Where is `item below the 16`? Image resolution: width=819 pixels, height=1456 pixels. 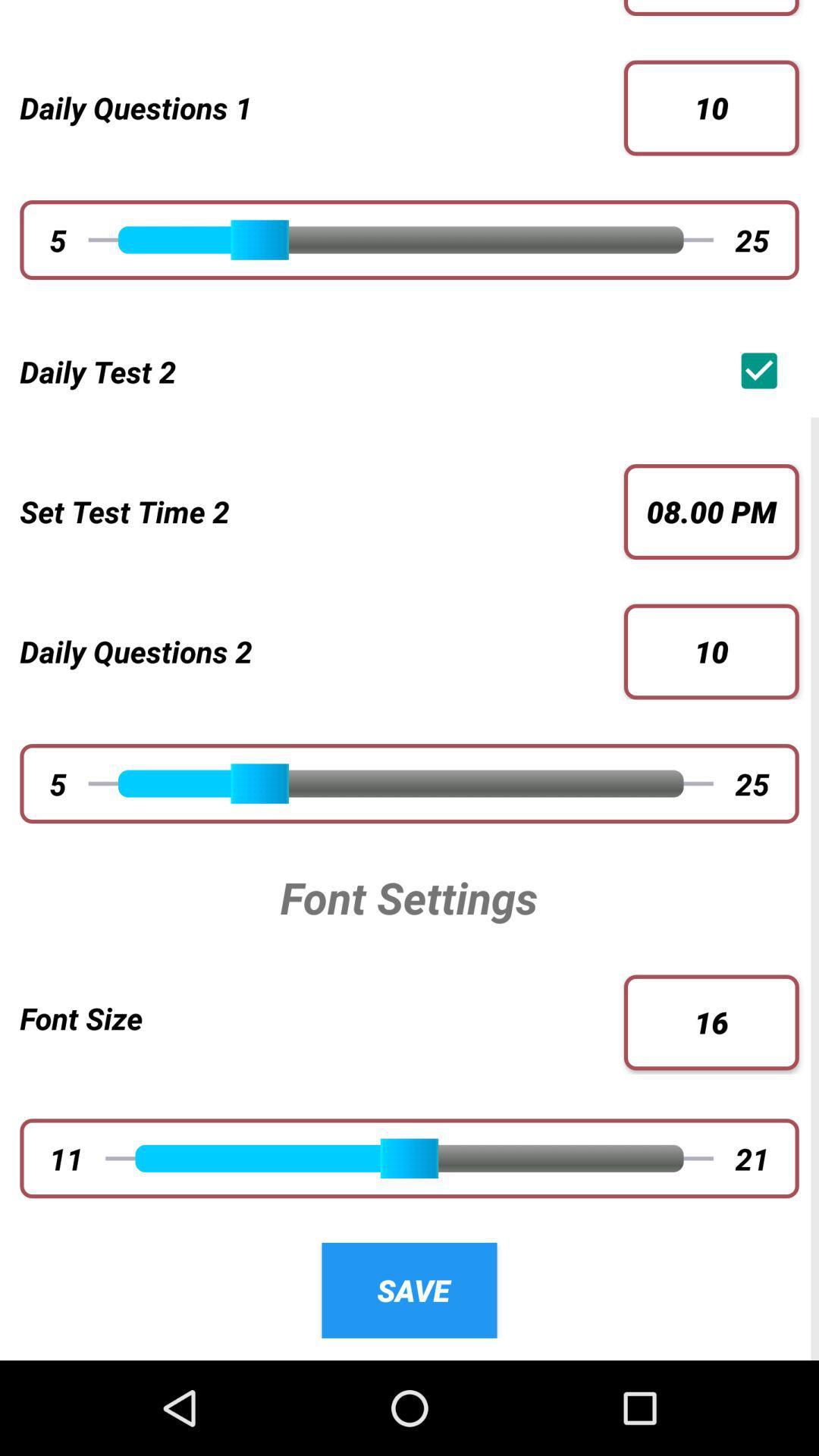
item below the 16 is located at coordinates (752, 1157).